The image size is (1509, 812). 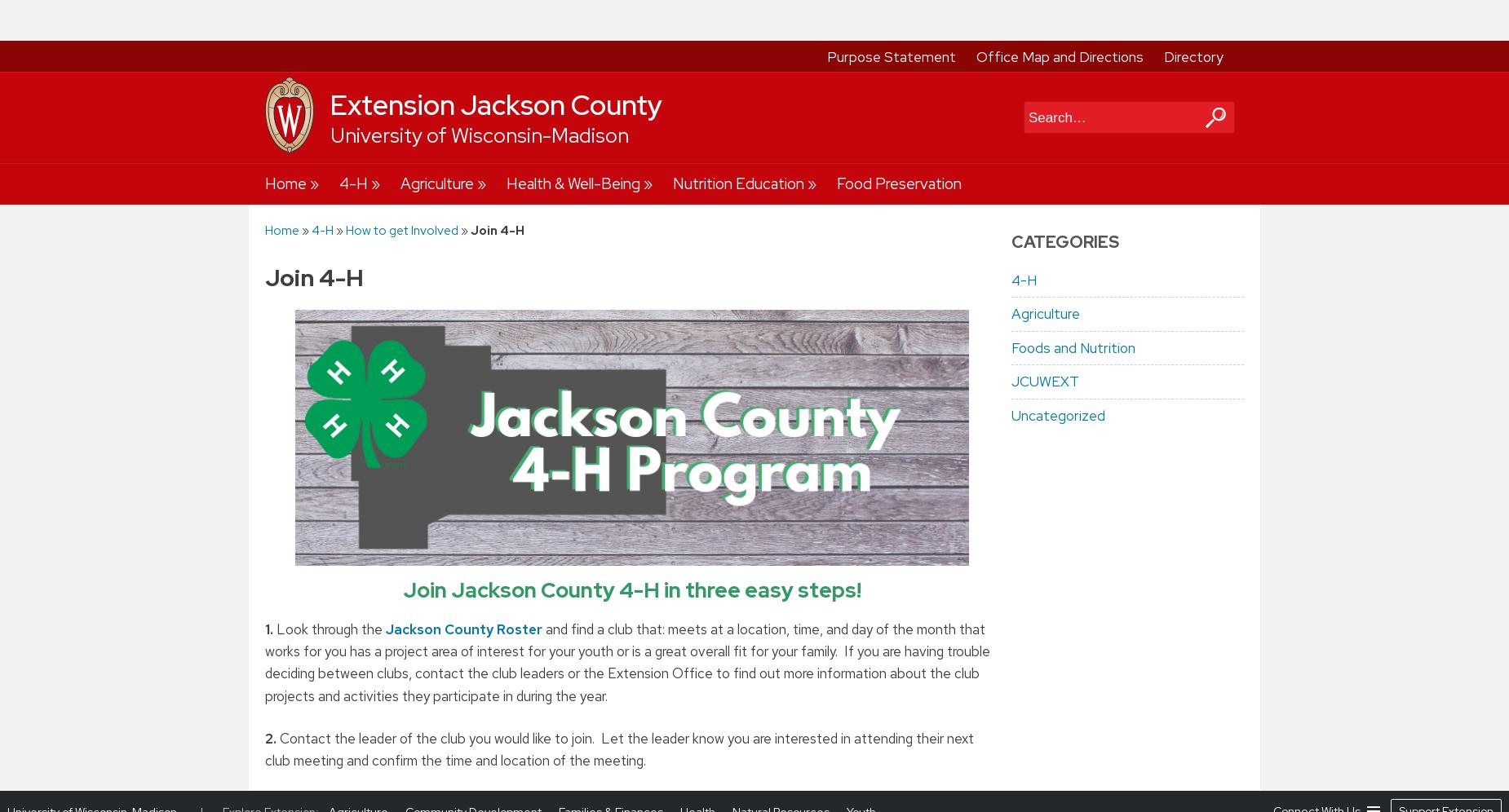 I want to click on 'The re-enrollment process begins in September and ends on November 1st.  If you have been in 4-H, you will need to complete the re-enrollment process every year to stay classified as a member.  Here are the steps to completing the circle:', so click(x=620, y=399).